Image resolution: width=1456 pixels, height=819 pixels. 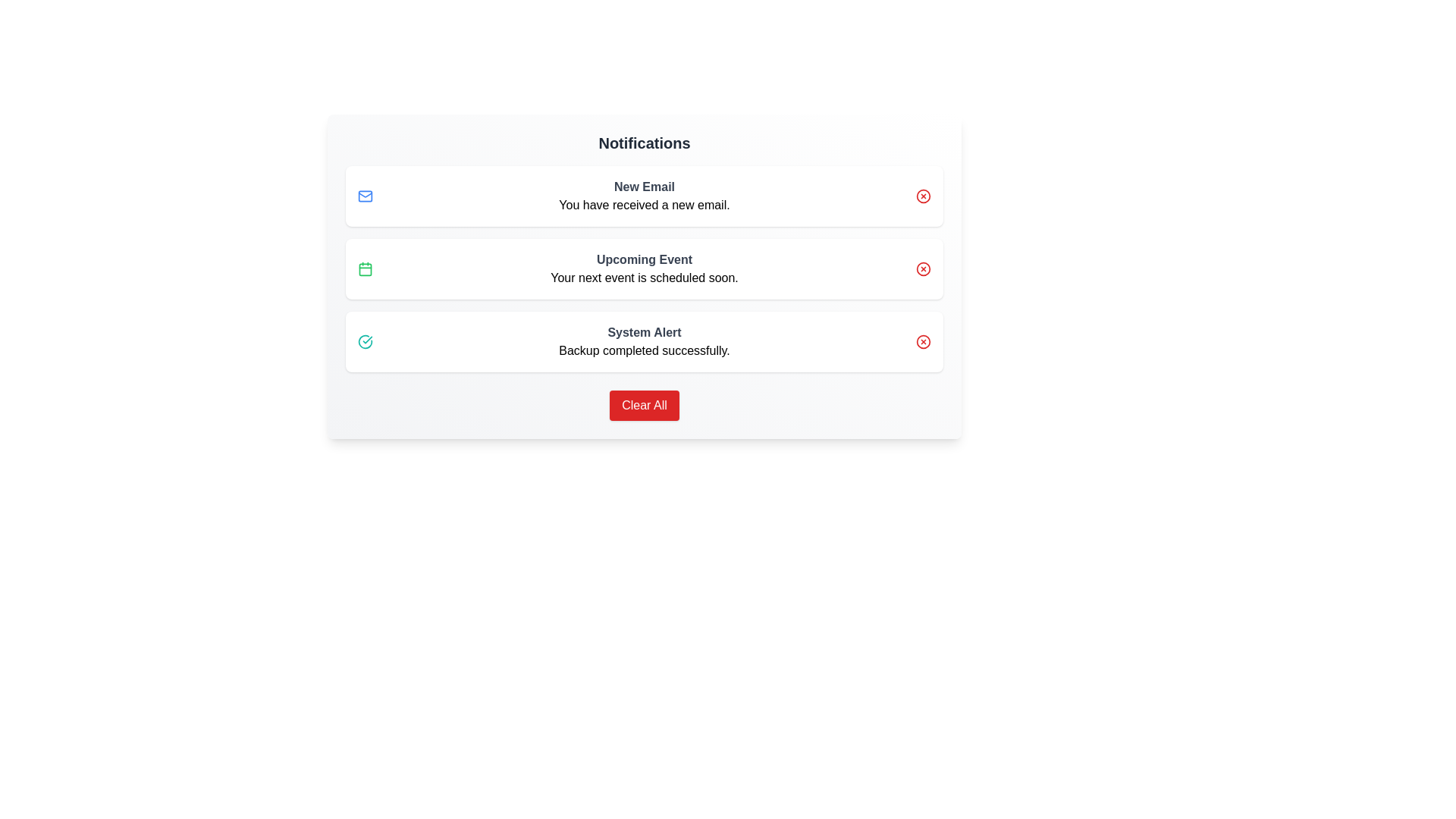 What do you see at coordinates (644, 332) in the screenshot?
I see `text from the title label of the third notification item, which is positioned above the descriptive text 'Backup completed successfully.'` at bounding box center [644, 332].